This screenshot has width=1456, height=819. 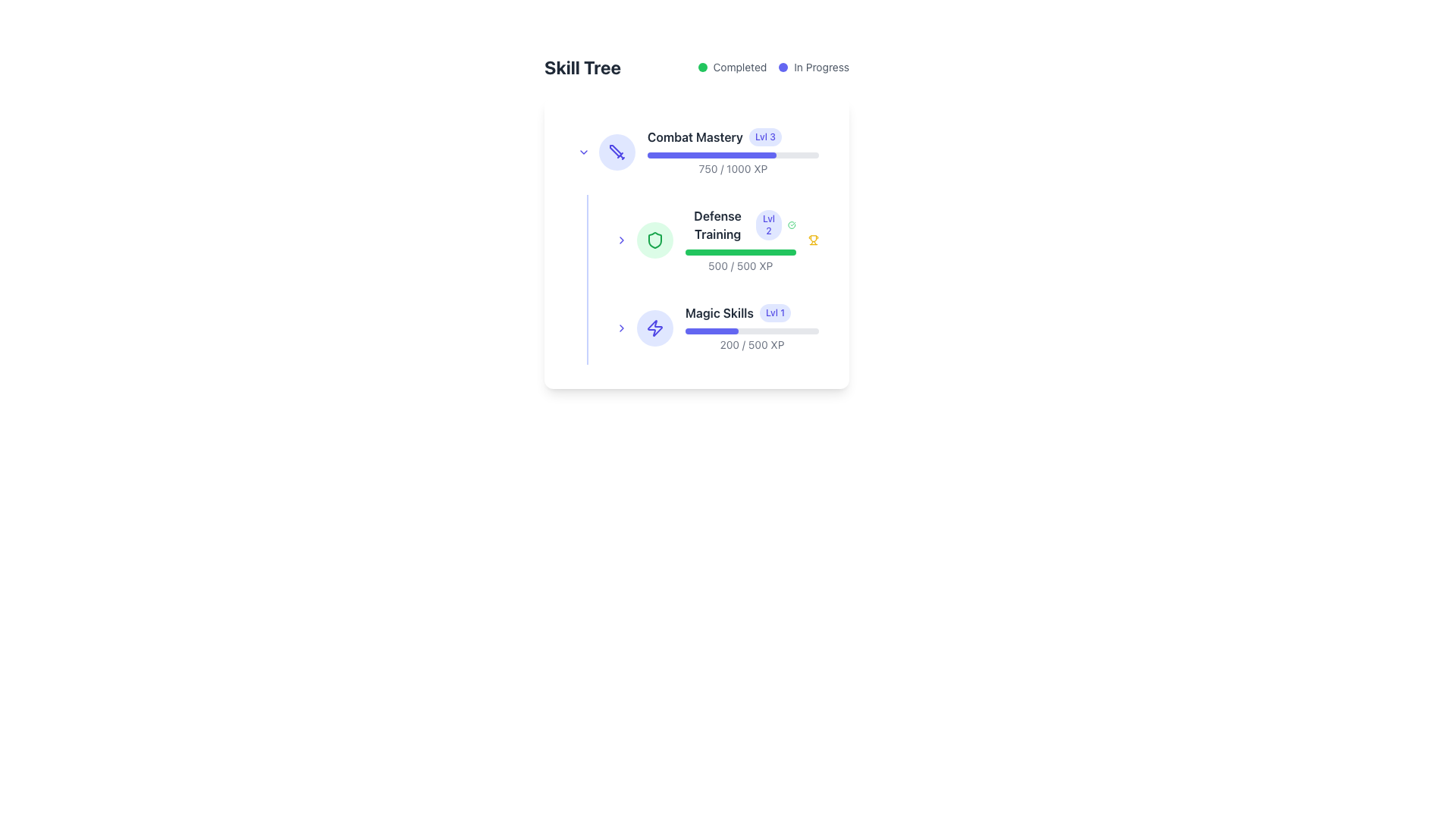 I want to click on the green shield icon associated with 'Defense Training' in the Skill Tree interface, so click(x=655, y=239).